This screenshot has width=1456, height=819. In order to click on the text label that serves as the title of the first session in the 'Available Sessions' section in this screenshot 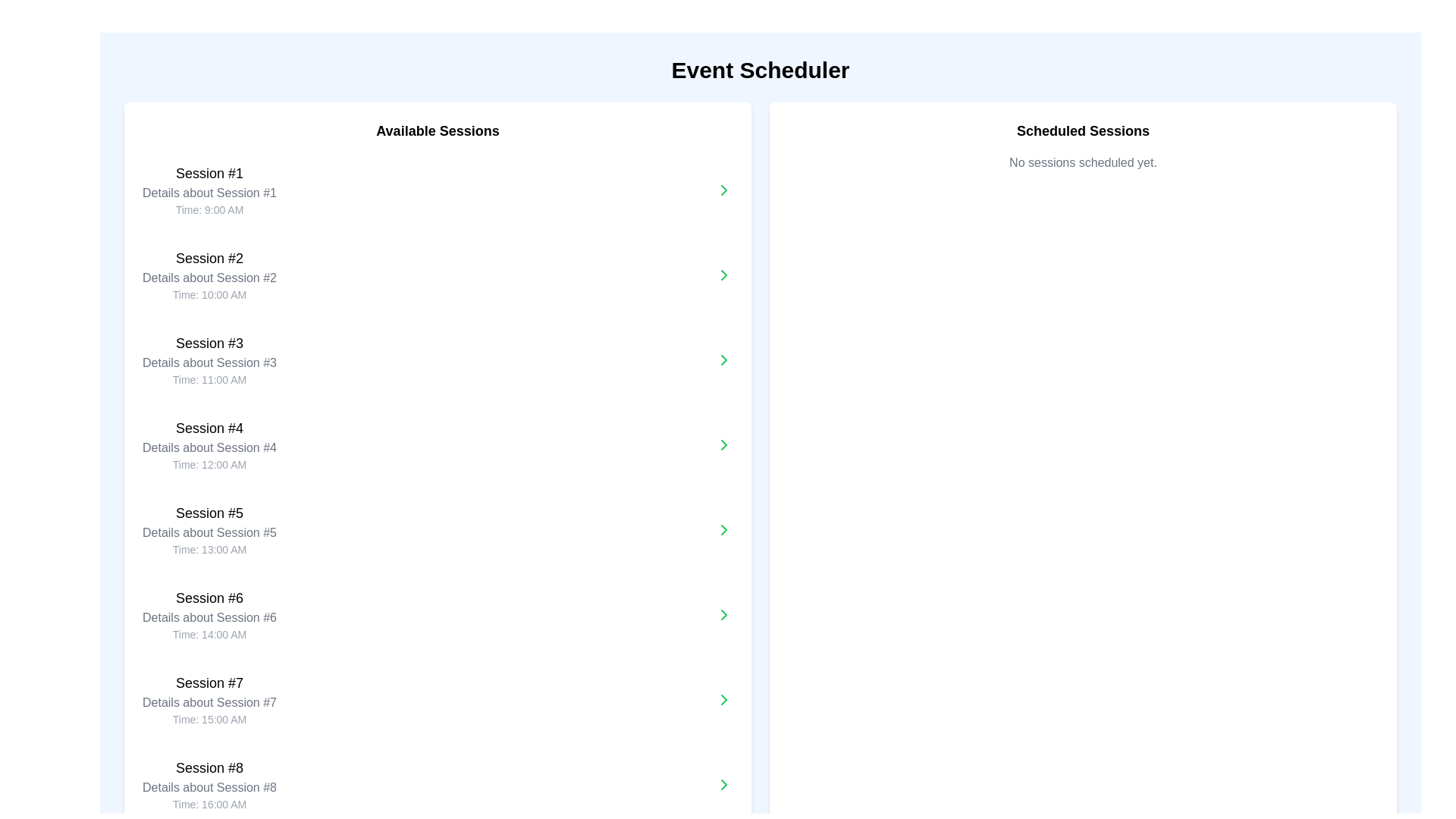, I will do `click(209, 172)`.